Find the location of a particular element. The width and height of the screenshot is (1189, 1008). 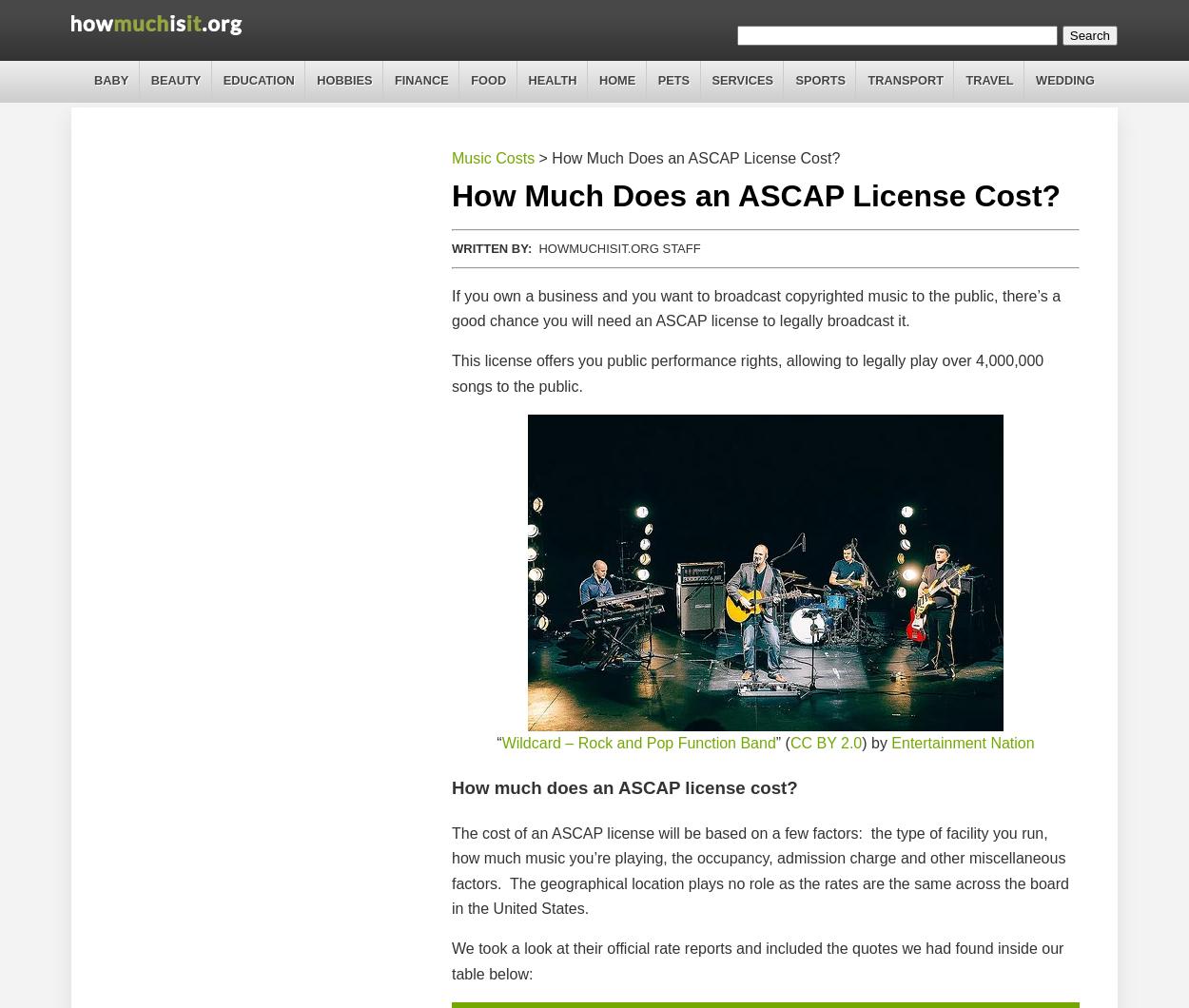

'Travel' is located at coordinates (989, 80).